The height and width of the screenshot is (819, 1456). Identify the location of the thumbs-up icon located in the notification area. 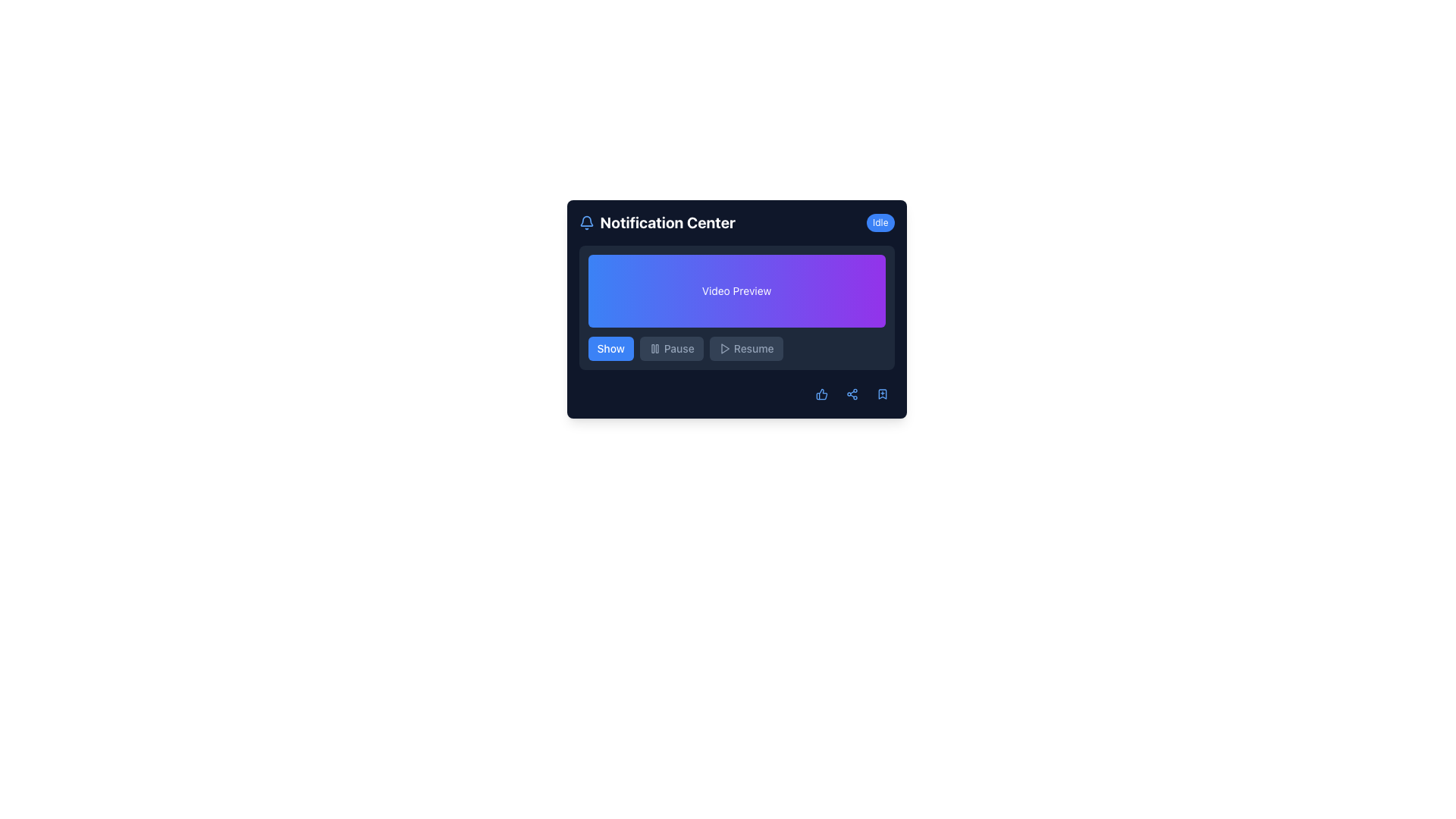
(821, 394).